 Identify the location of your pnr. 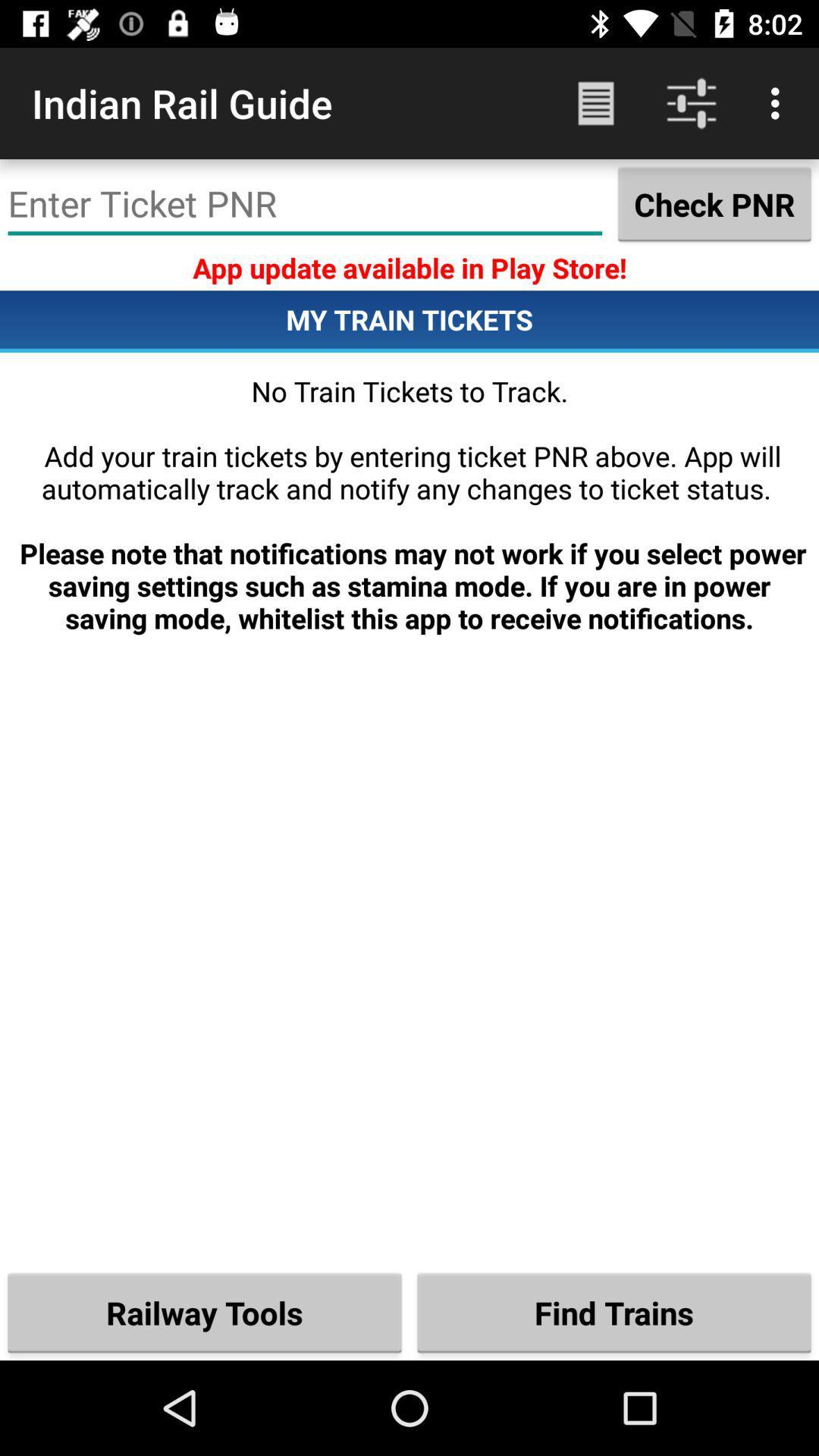
(305, 203).